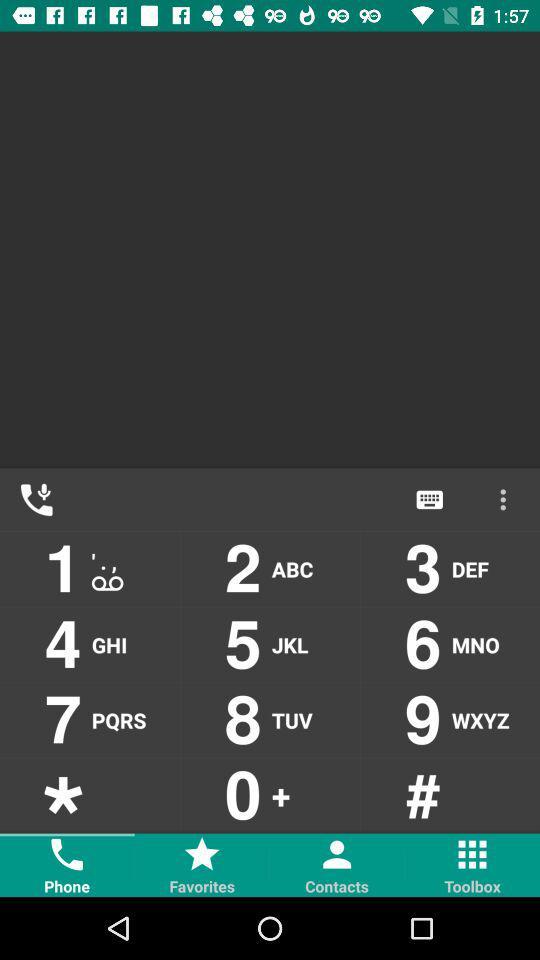 The image size is (540, 960). What do you see at coordinates (502, 498) in the screenshot?
I see `the more icon` at bounding box center [502, 498].